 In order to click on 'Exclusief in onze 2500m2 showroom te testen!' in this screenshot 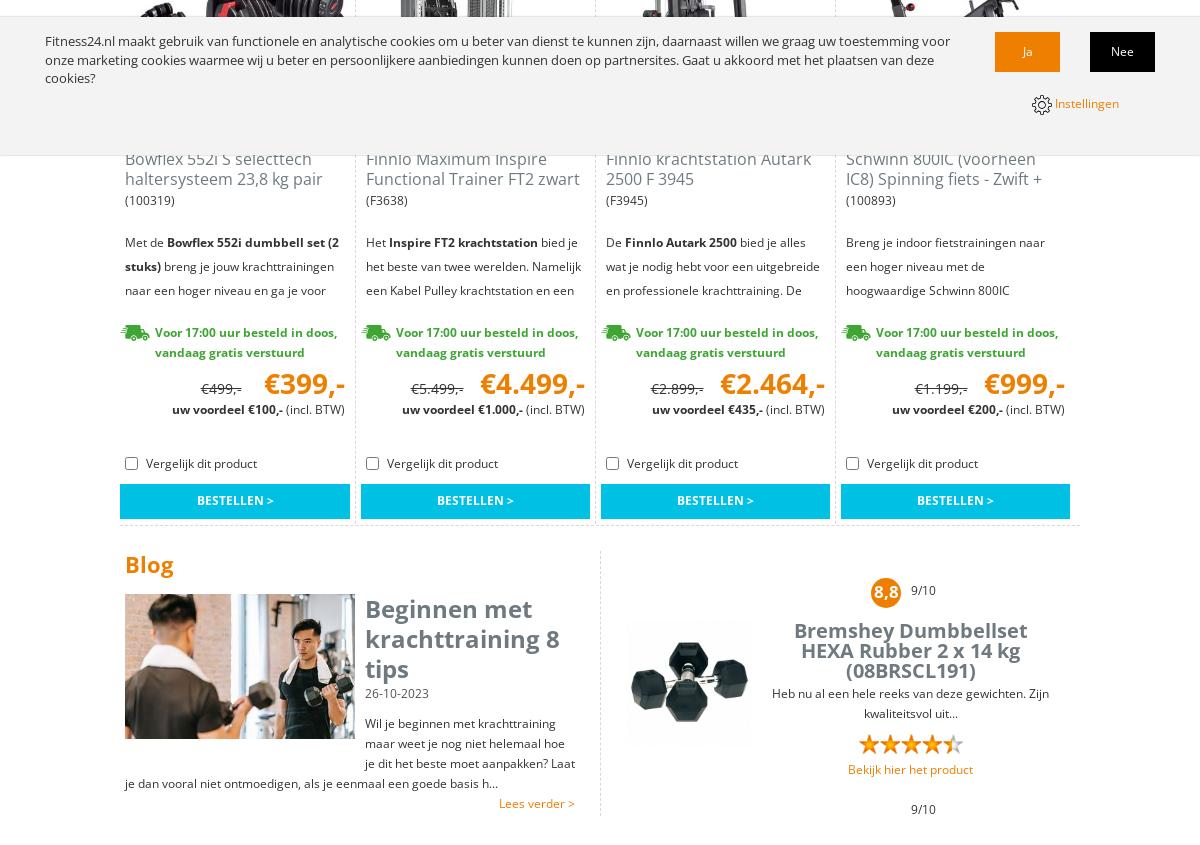, I will do `click(954, 517)`.